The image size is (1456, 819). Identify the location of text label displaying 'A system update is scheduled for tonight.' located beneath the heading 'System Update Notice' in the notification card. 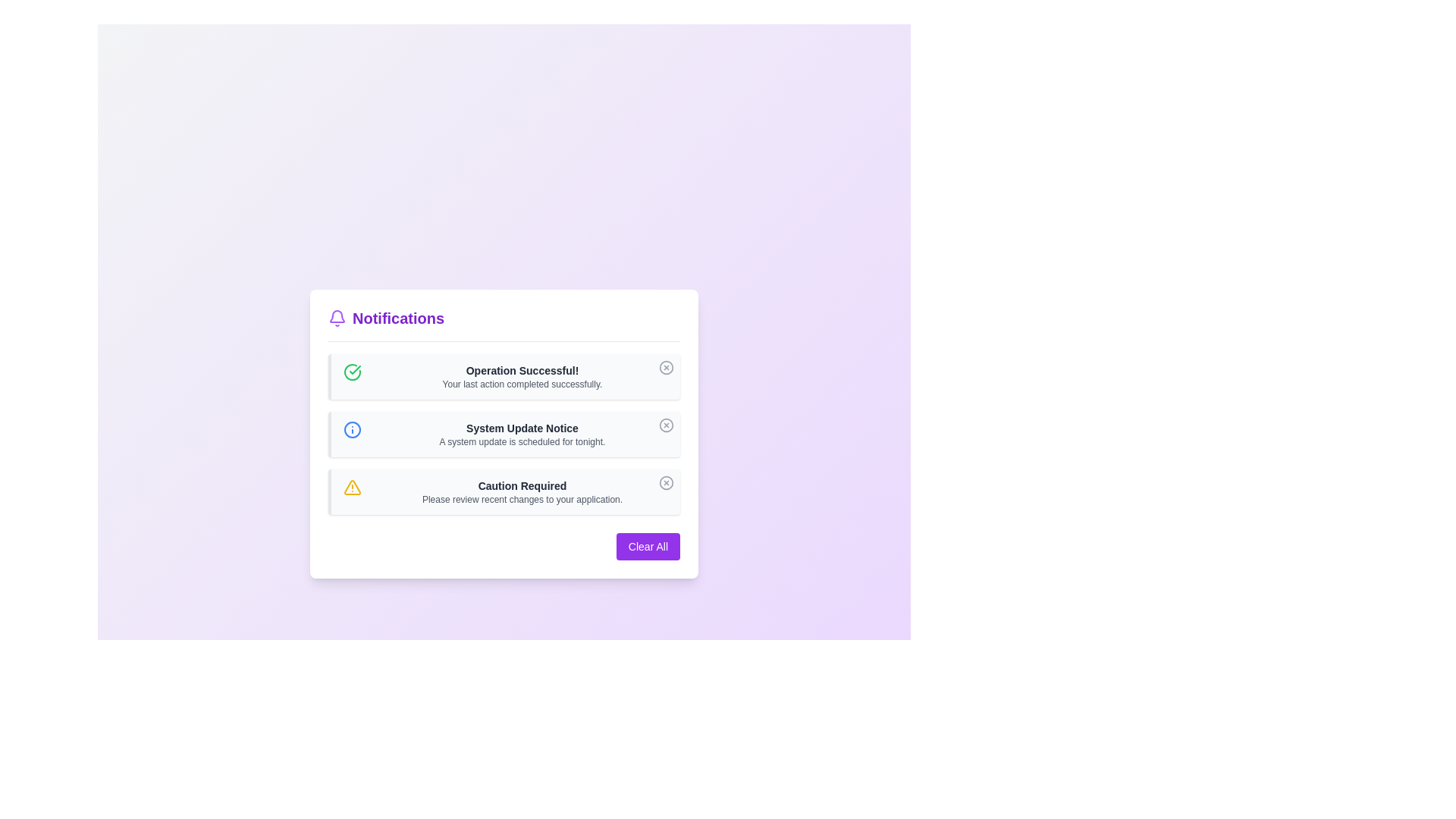
(522, 441).